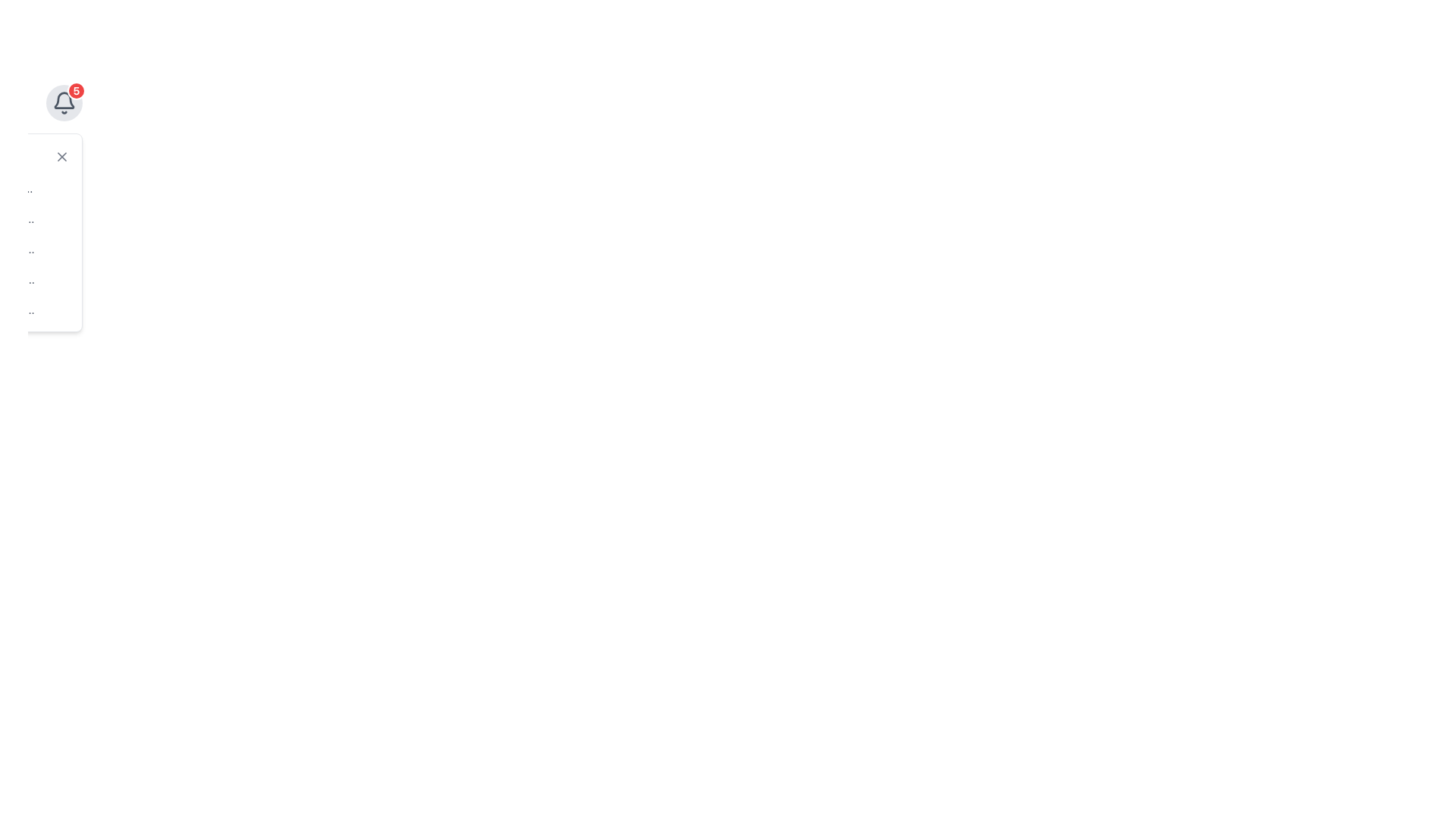  I want to click on the clickable notification icon with badge, so click(64, 102).